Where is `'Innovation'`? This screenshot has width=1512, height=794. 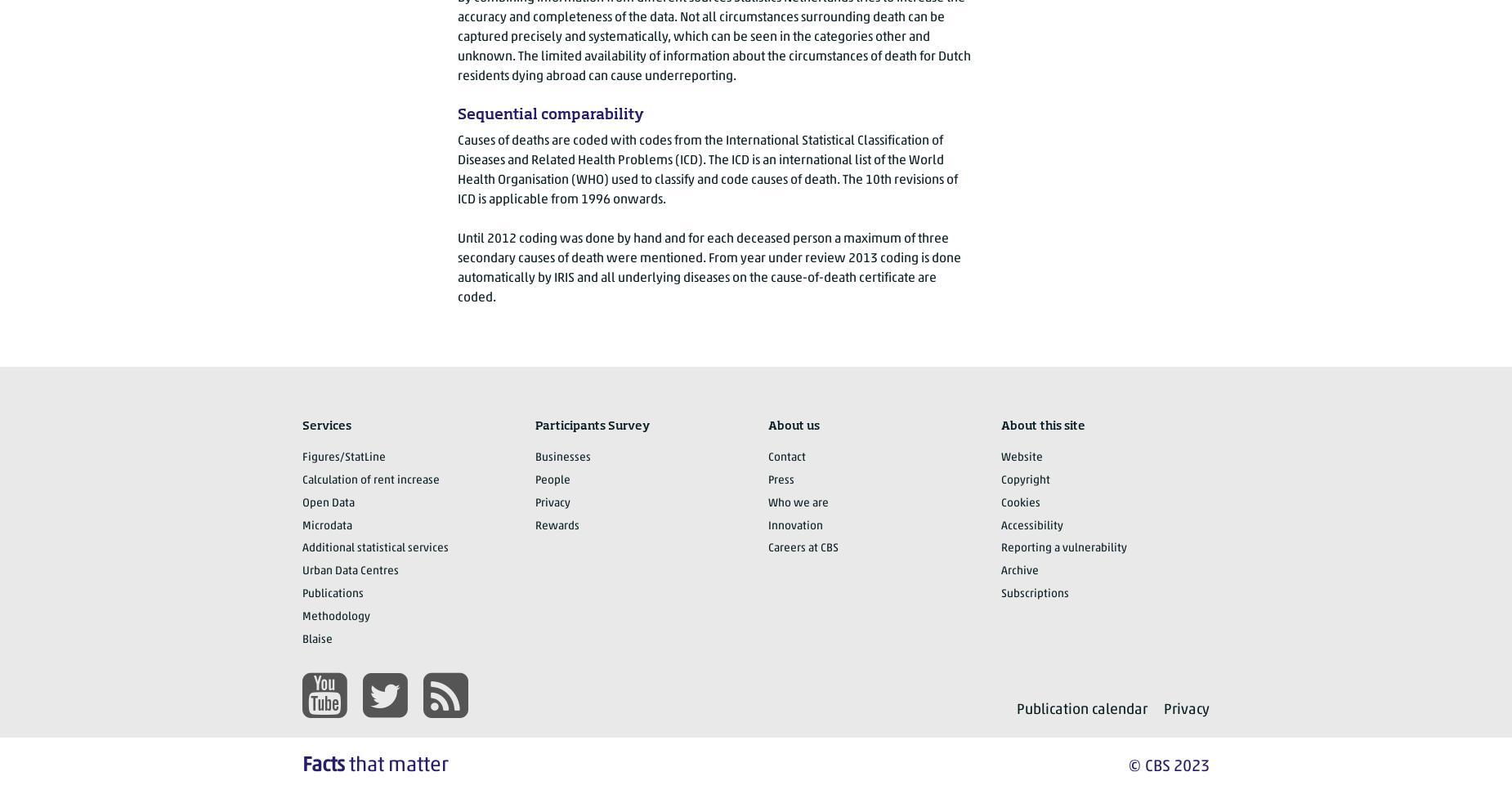
'Innovation' is located at coordinates (794, 525).